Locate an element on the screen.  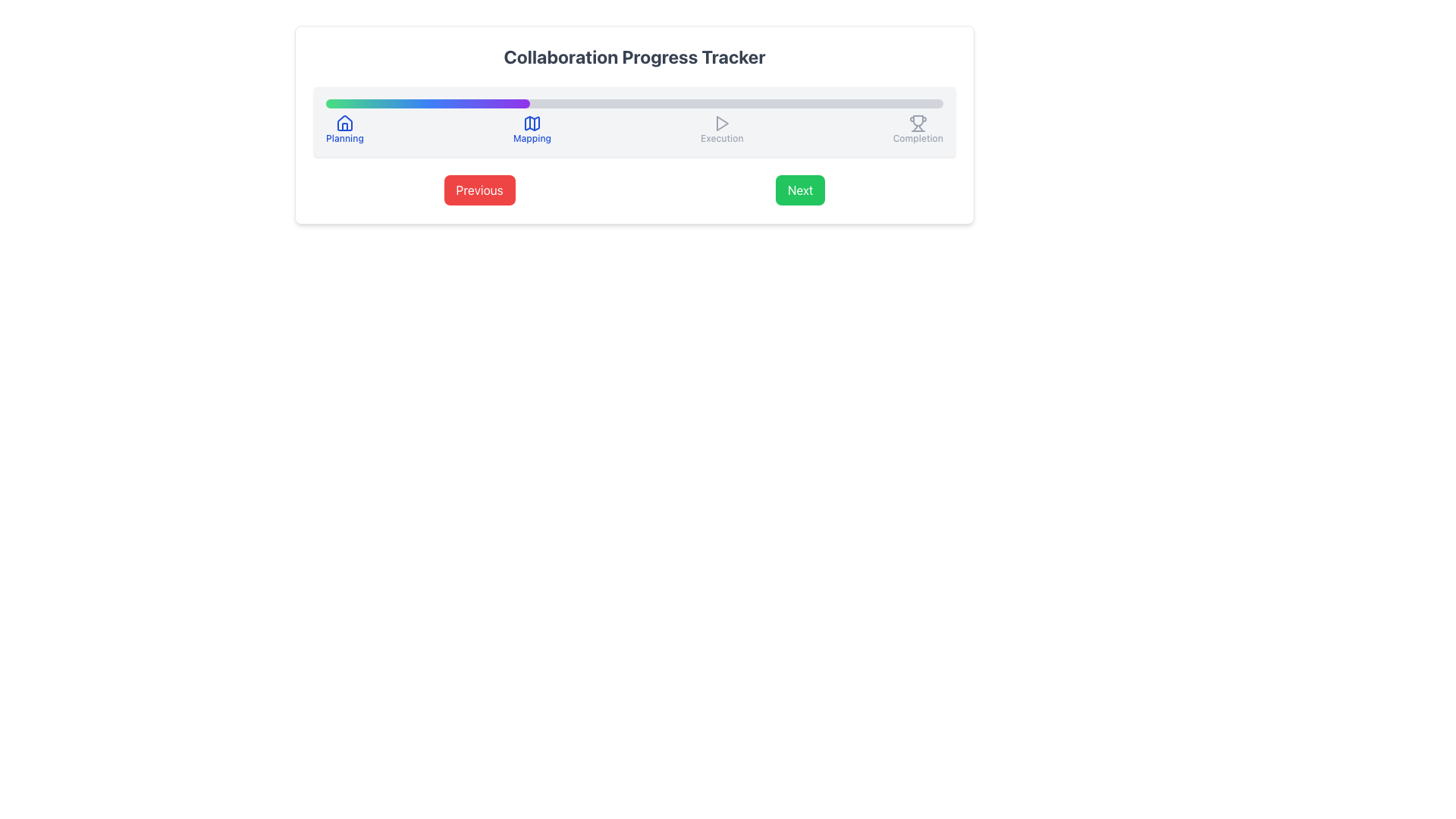
the 'Mapping' stage icon in the progress tracker, which is the second element in the horizontal sequence of stage indicators is located at coordinates (532, 122).